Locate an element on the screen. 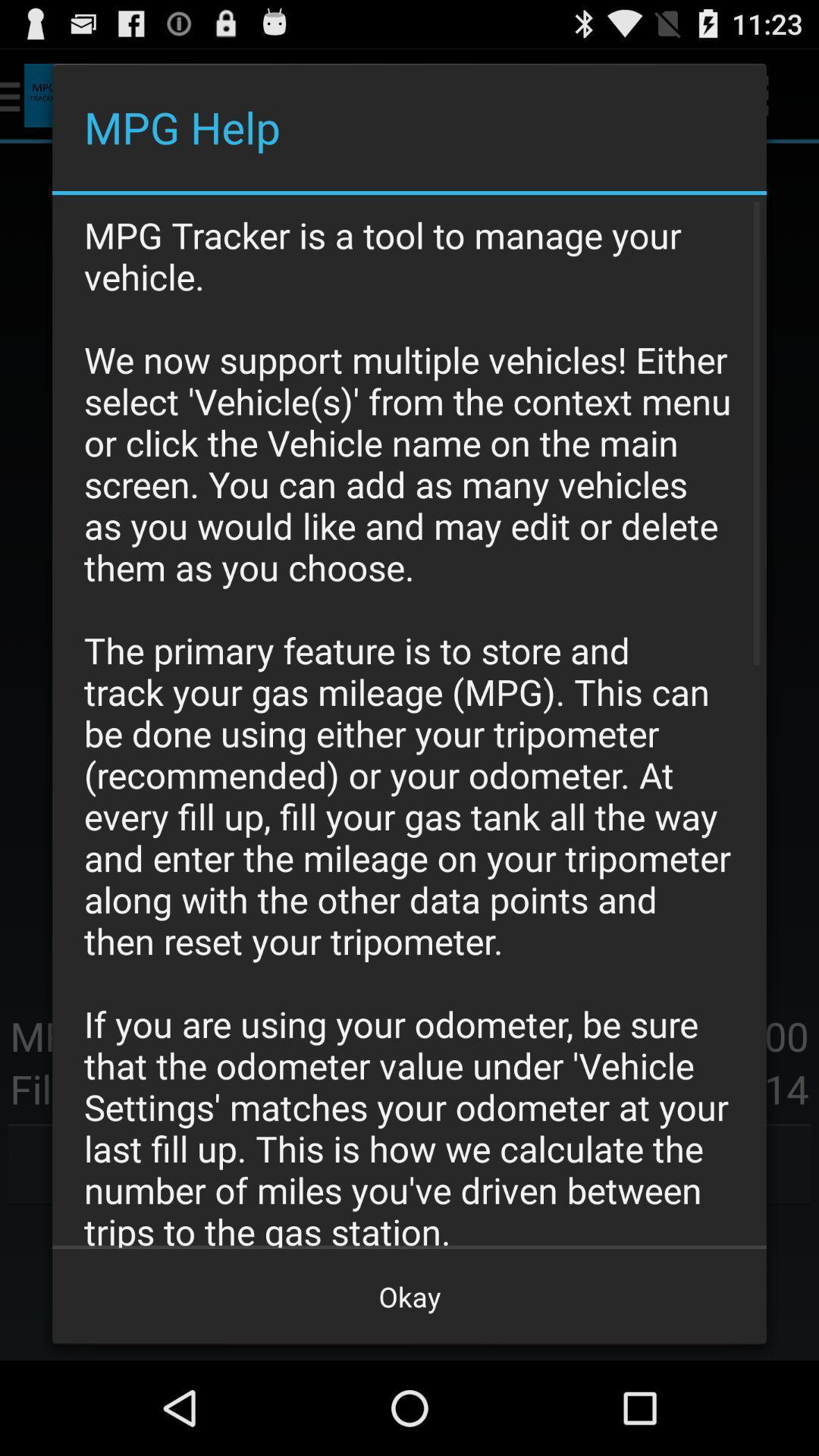  the okay icon is located at coordinates (409, 1295).